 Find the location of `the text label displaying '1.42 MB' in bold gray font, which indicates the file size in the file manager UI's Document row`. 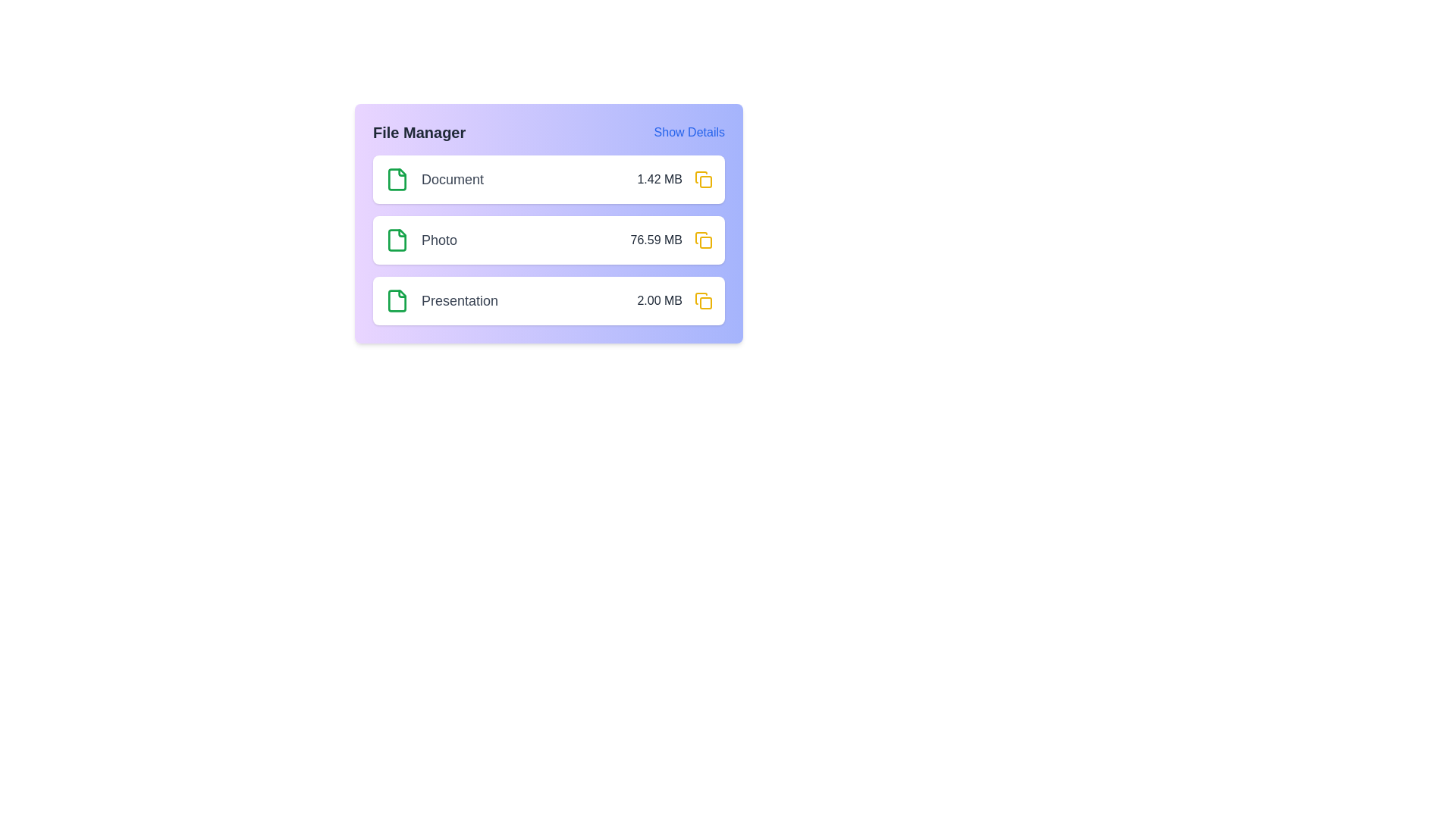

the text label displaying '1.42 MB' in bold gray font, which indicates the file size in the file manager UI's Document row is located at coordinates (660, 178).